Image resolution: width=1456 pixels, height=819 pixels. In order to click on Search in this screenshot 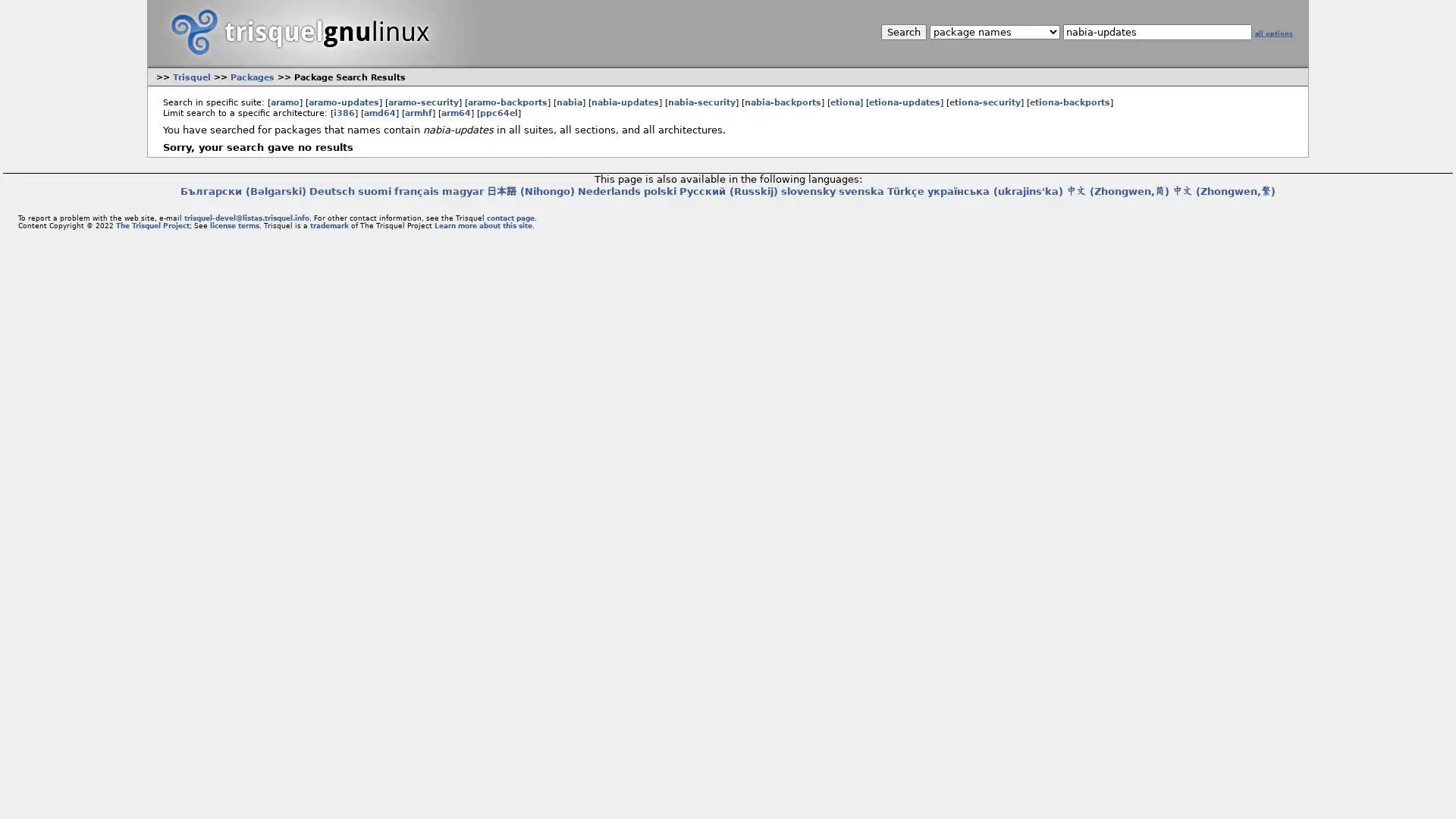, I will do `click(902, 32)`.